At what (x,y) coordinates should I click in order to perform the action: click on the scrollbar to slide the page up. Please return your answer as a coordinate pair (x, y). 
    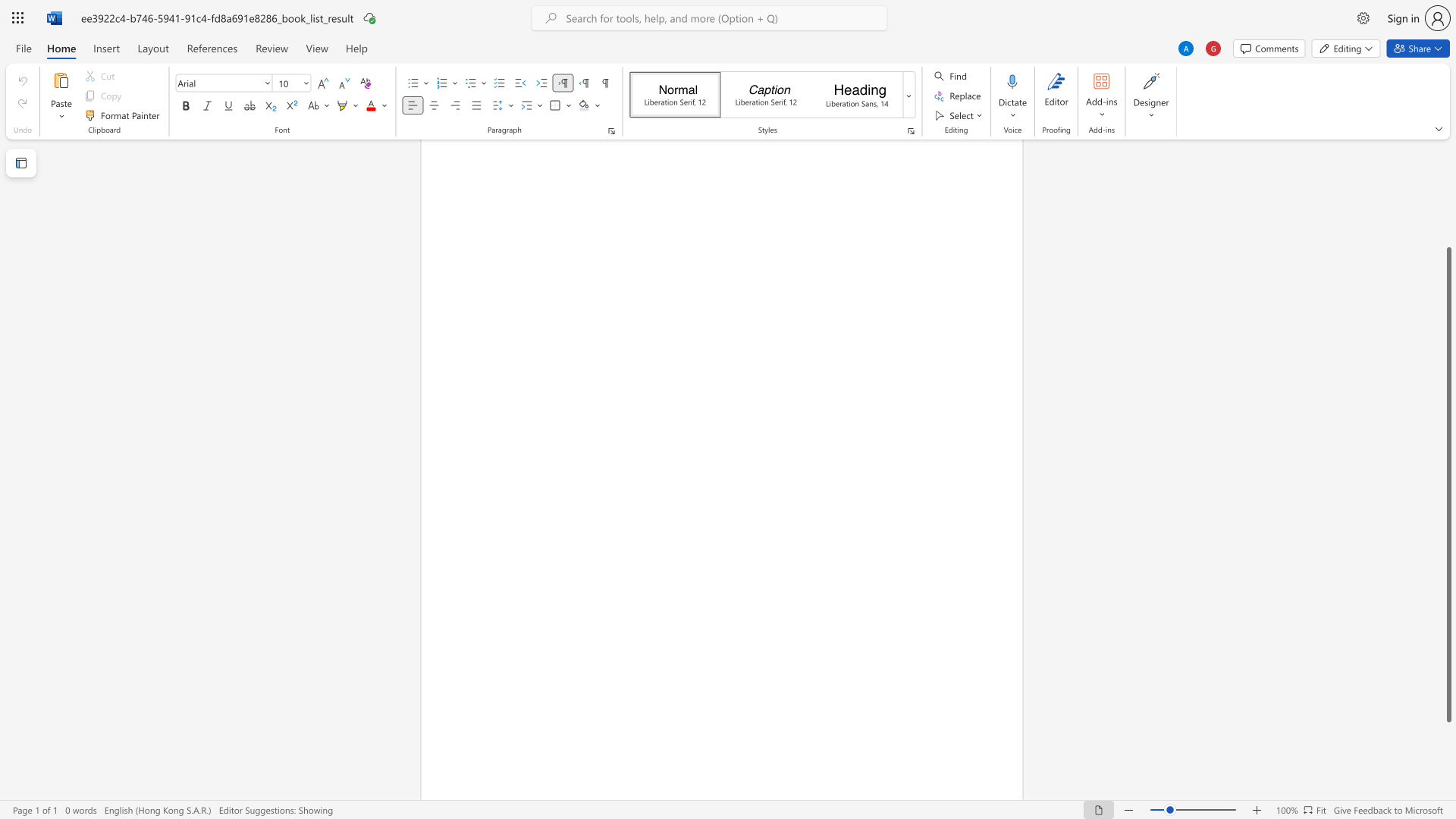
    Looking at the image, I should click on (1448, 196).